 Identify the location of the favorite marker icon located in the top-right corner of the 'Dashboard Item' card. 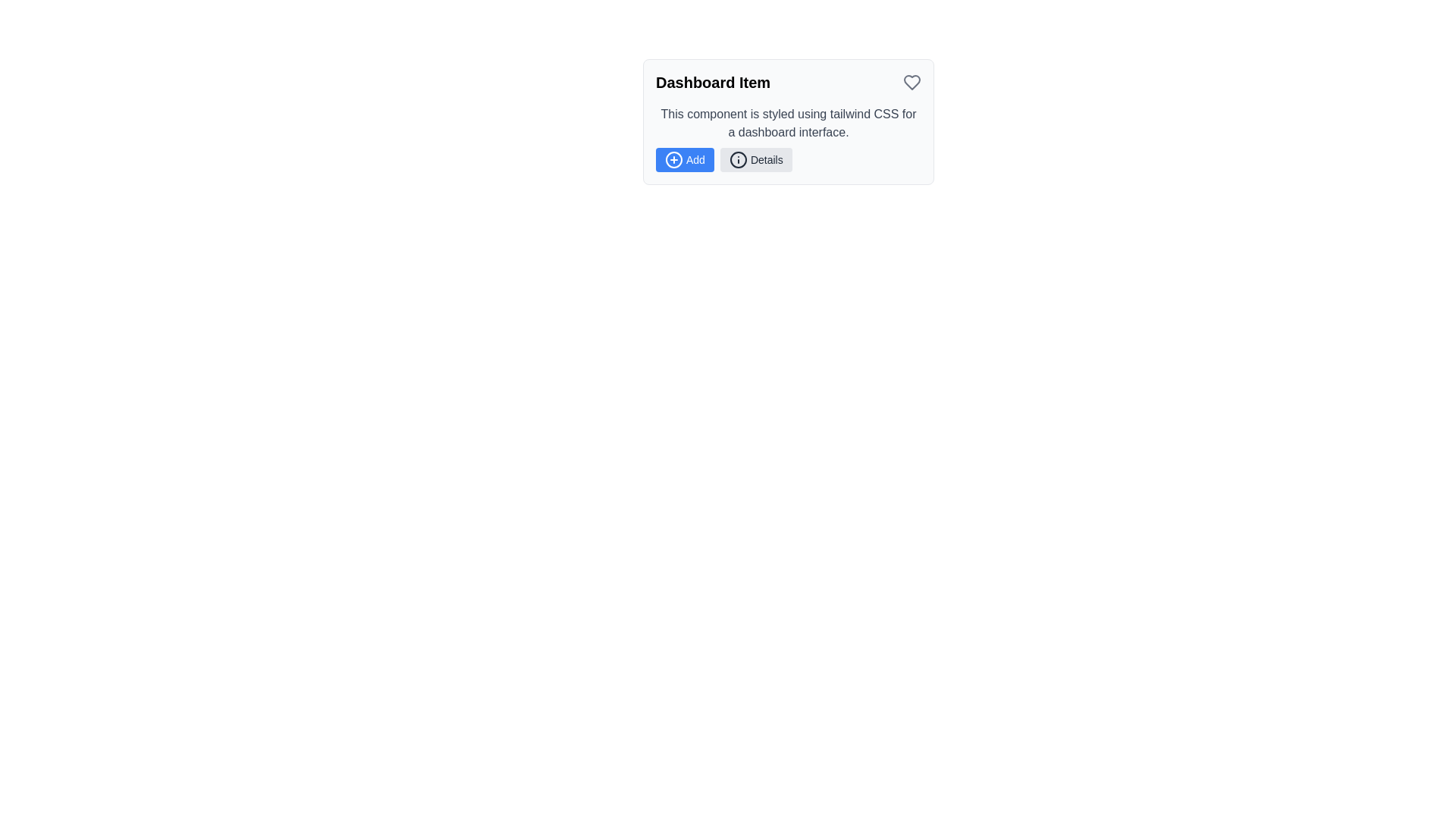
(912, 82).